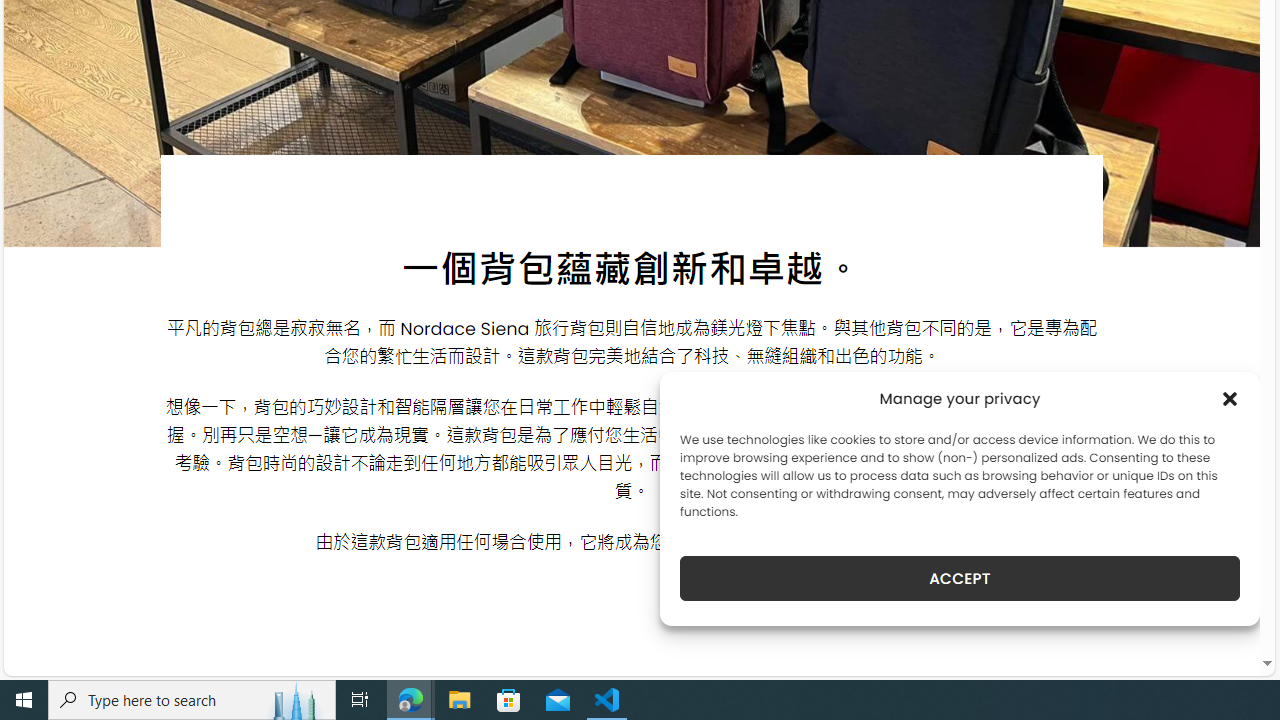 The width and height of the screenshot is (1280, 720). Describe the element at coordinates (410, 698) in the screenshot. I see `'Microsoft Edge - 2 running windows'` at that location.